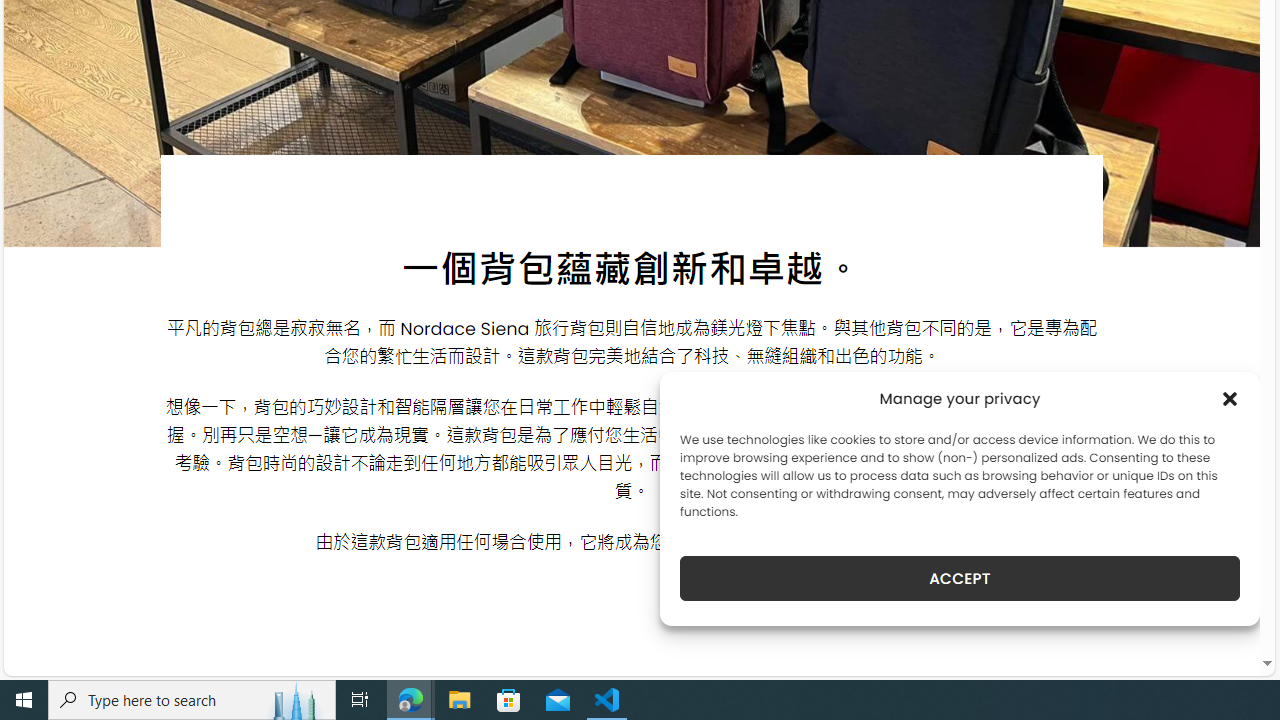 The width and height of the screenshot is (1280, 720). Describe the element at coordinates (410, 698) in the screenshot. I see `'Microsoft Edge - 2 running windows'` at that location.